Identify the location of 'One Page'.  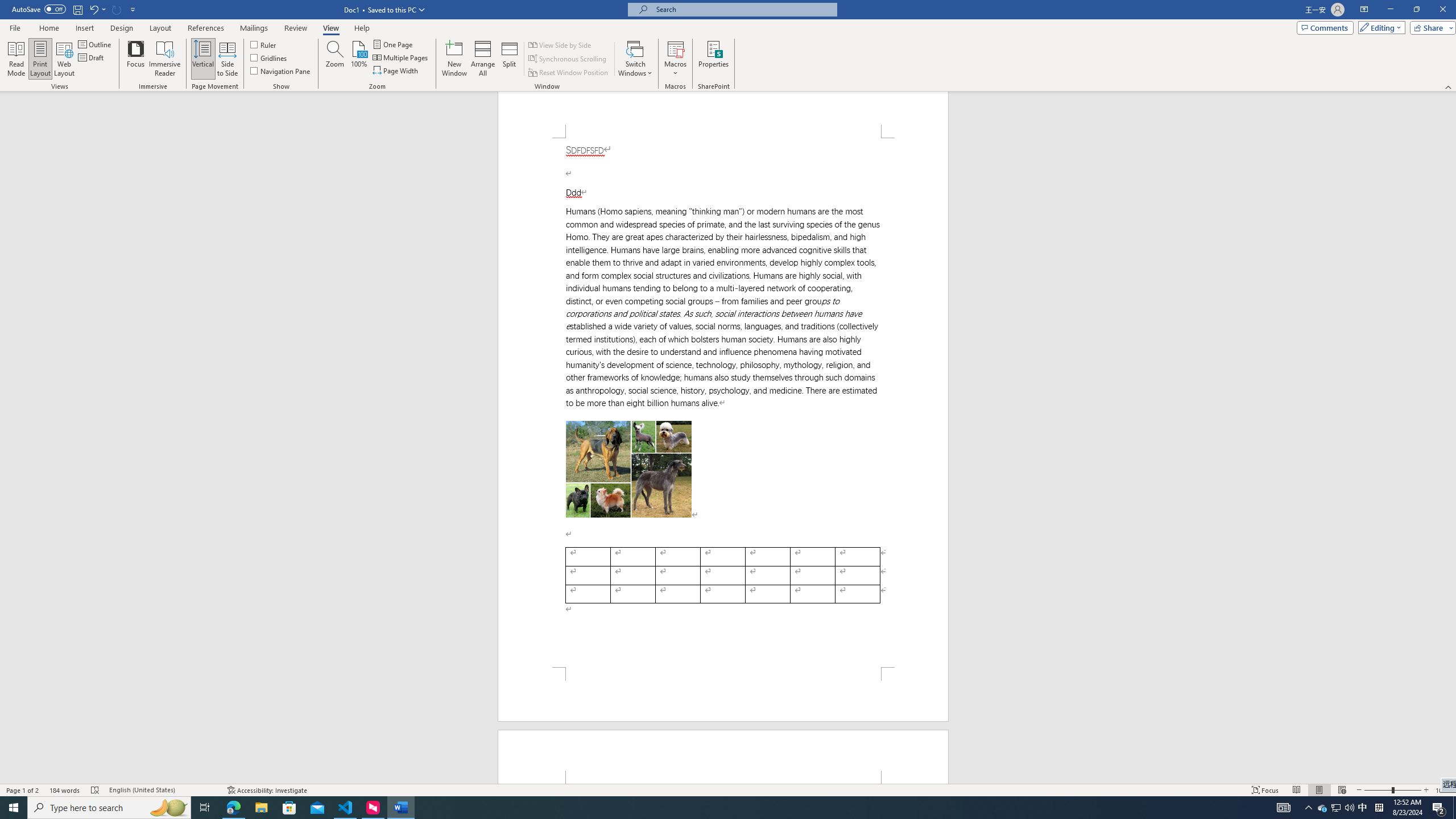
(394, 44).